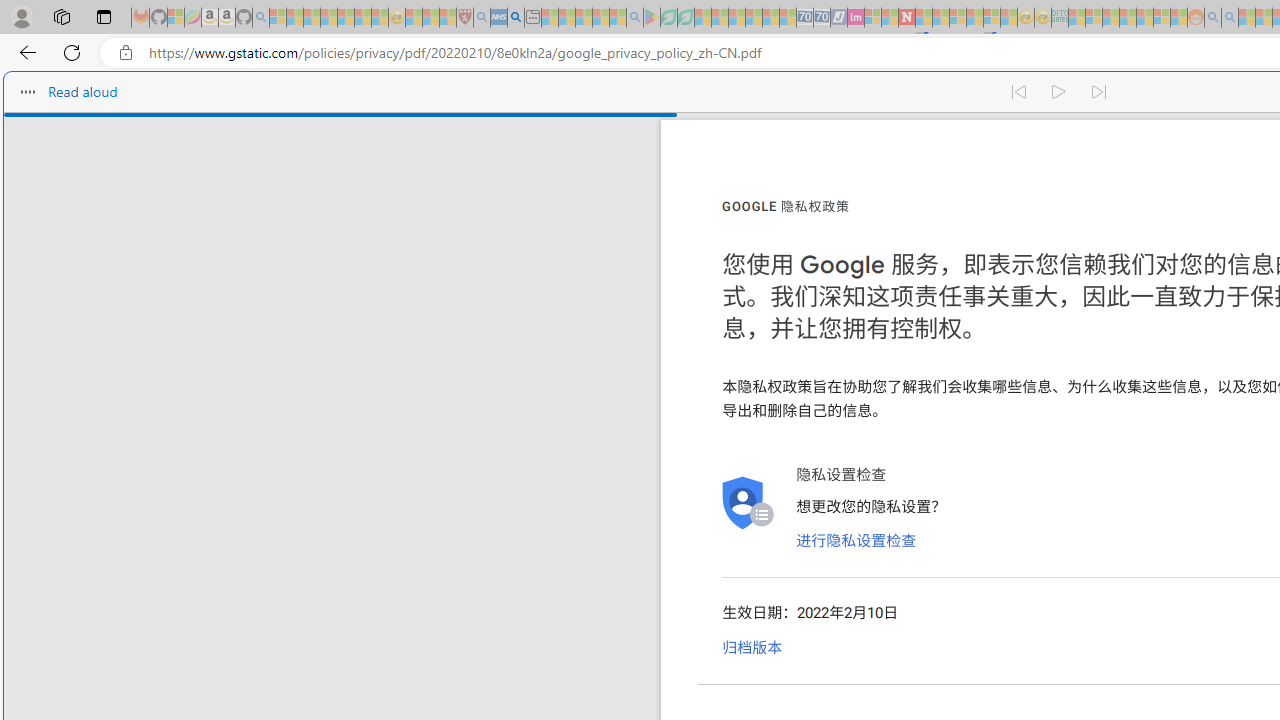 This screenshot has width=1280, height=720. What do you see at coordinates (176, 17) in the screenshot?
I see `'Microsoft-Report a Concern to Bing - Sleeping'` at bounding box center [176, 17].